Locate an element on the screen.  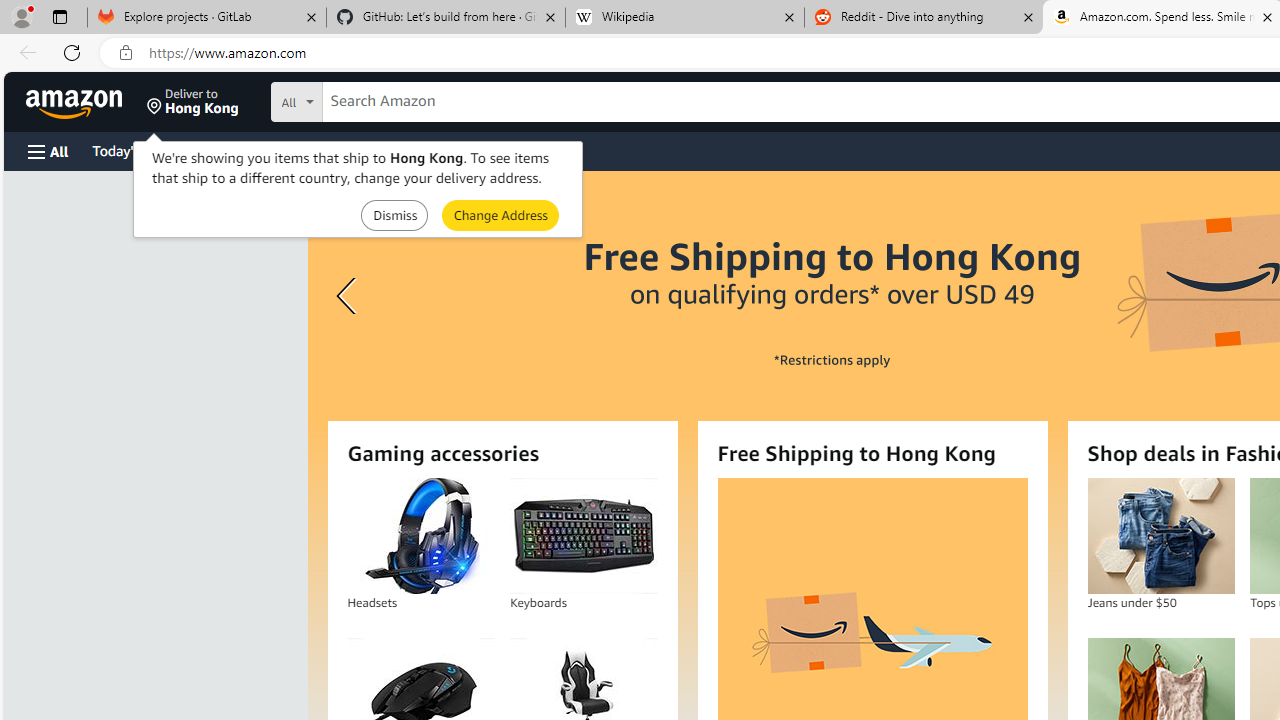
'Jeans under $50' is located at coordinates (1160, 535).